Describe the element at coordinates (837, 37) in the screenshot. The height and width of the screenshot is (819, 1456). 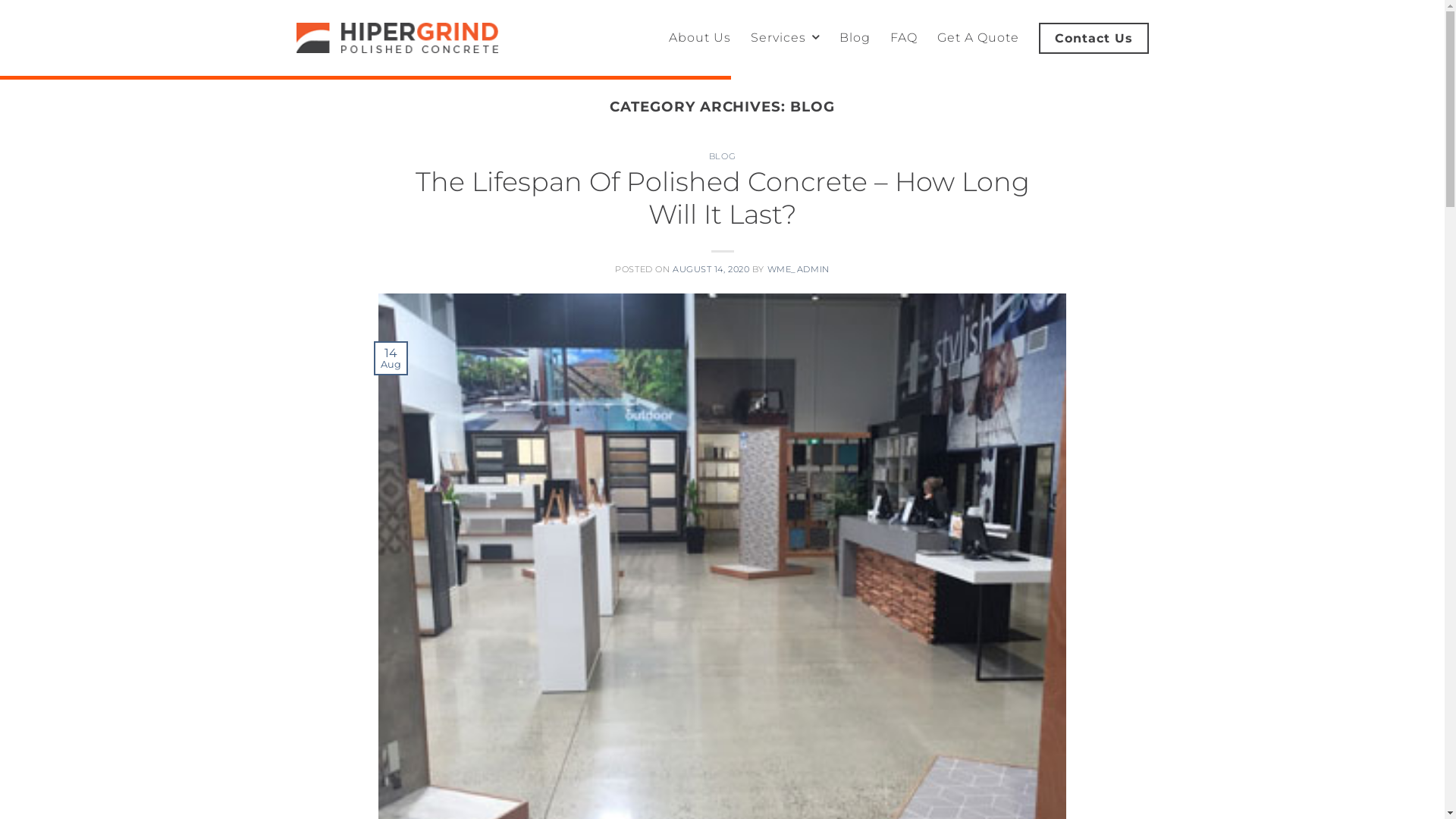
I see `'Blog'` at that location.